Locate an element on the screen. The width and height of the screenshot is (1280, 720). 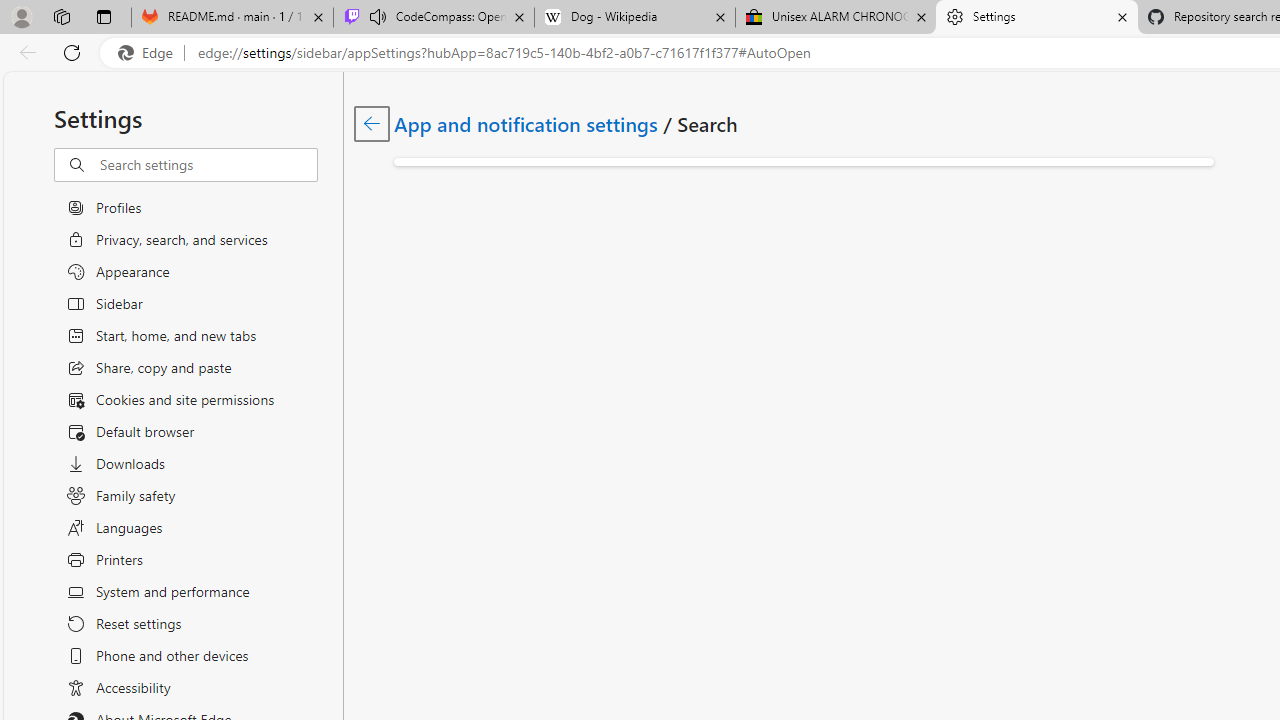
'Go back to App and notification settings page.' is located at coordinates (372, 123).